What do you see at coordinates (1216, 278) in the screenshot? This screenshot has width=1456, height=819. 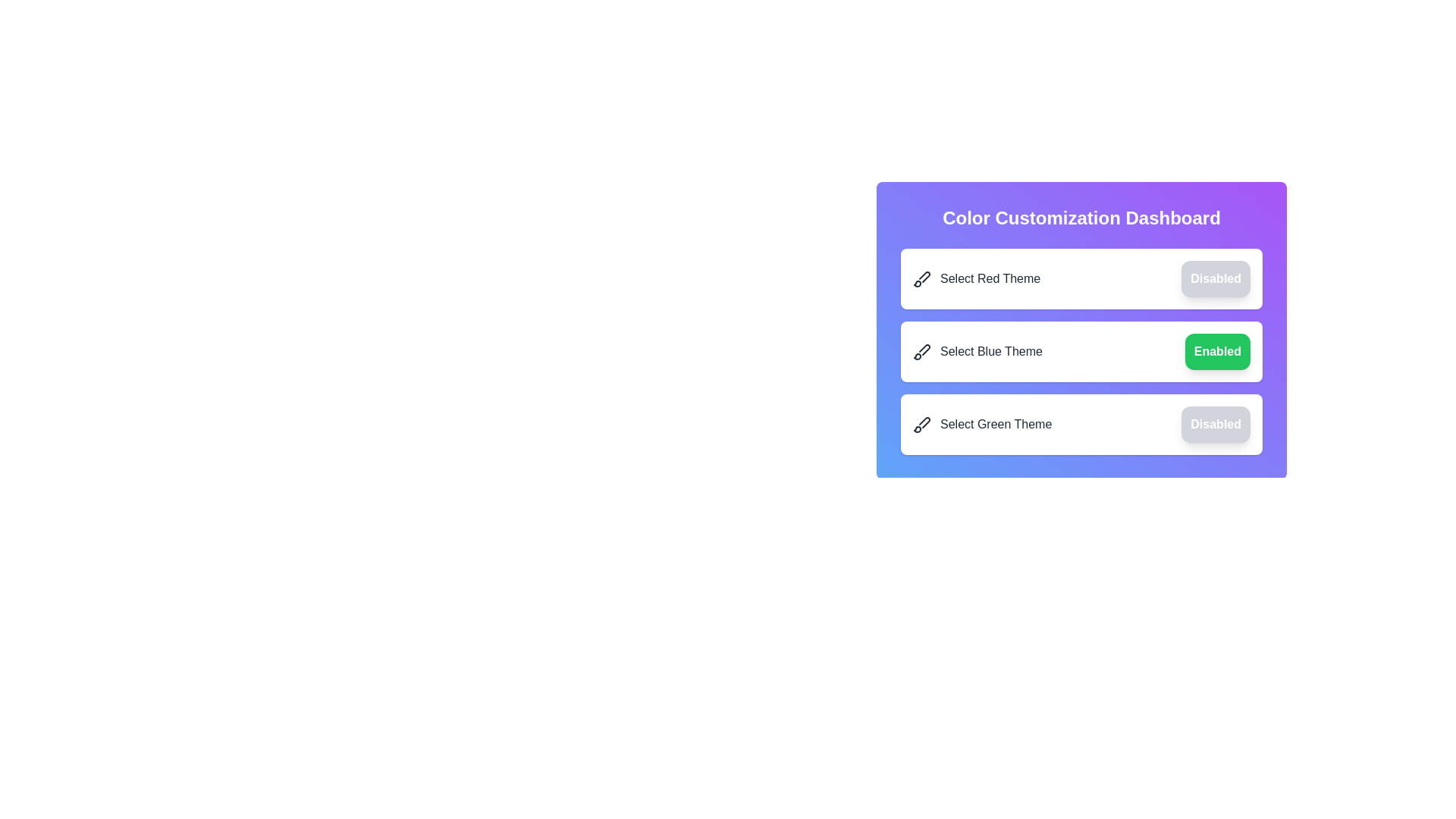 I see `the button corresponding to Red theme to observe any interactive feedback` at bounding box center [1216, 278].